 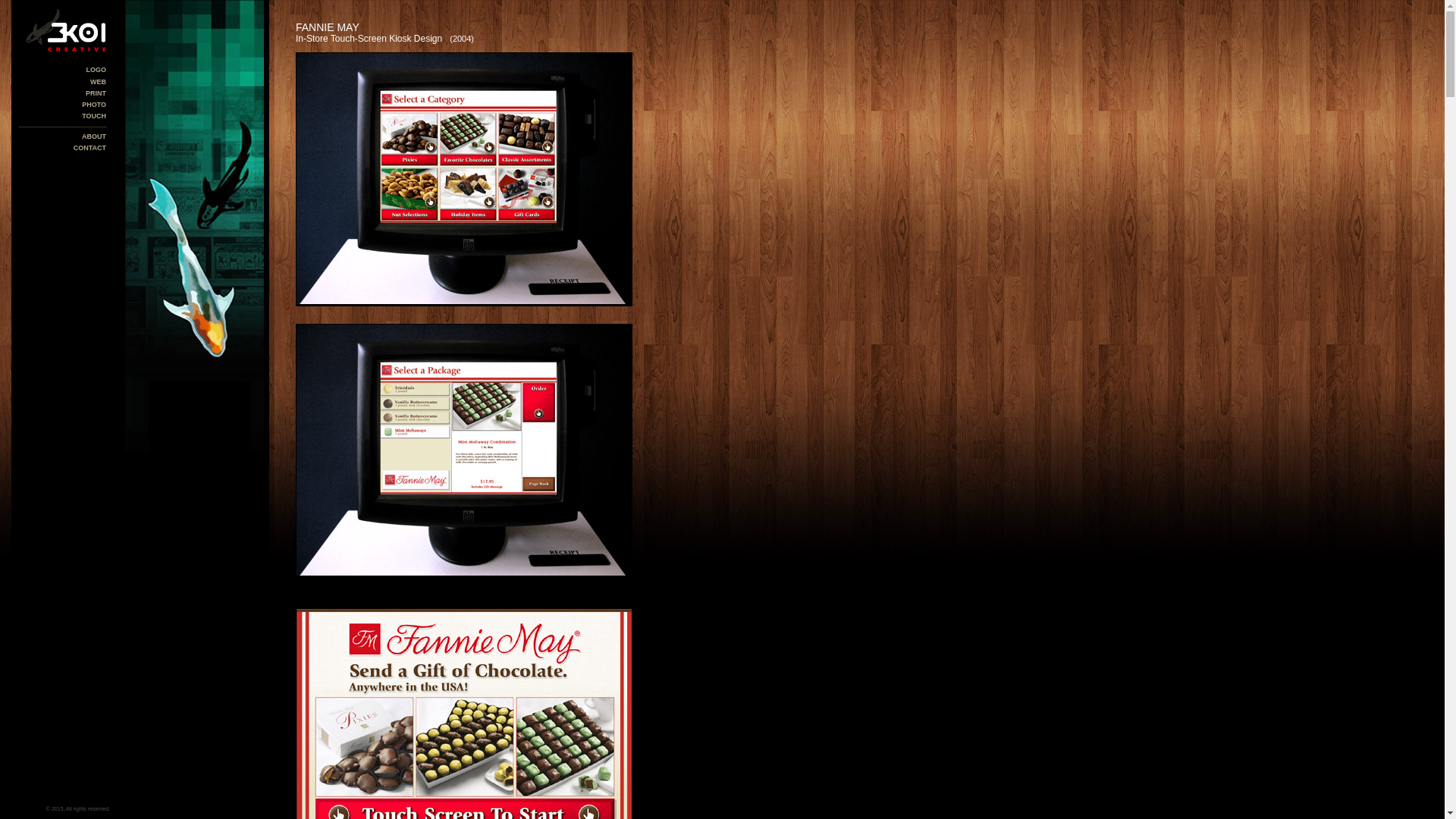 I want to click on 'WEB', so click(x=97, y=82).